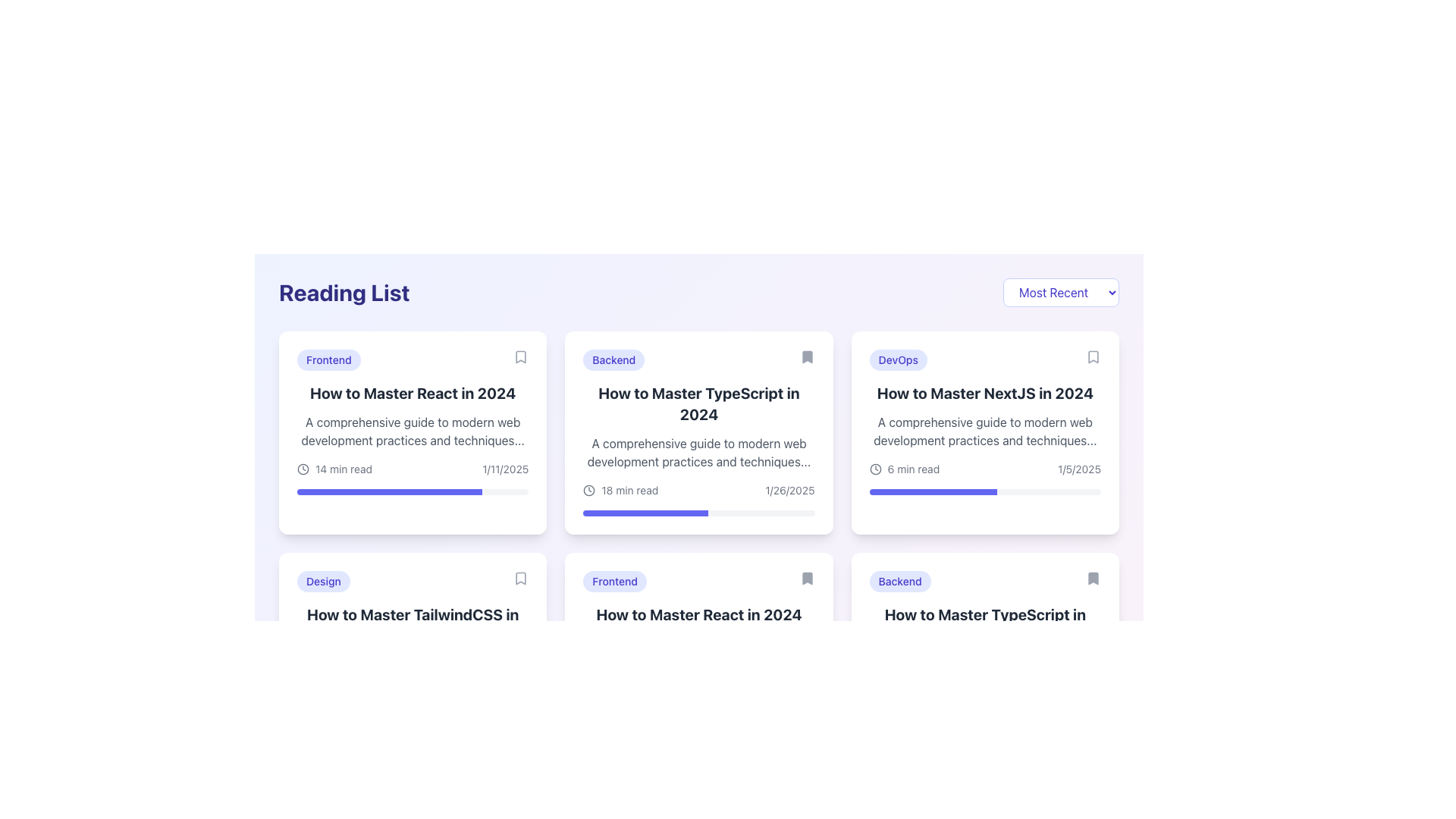 The image size is (1456, 819). I want to click on the rightmost card element in the reading list section, which displays a badge labeled 'DevOps', a title 'How to Master NextJS in 2024', and a progress bar indicating 55% progress, so click(985, 422).